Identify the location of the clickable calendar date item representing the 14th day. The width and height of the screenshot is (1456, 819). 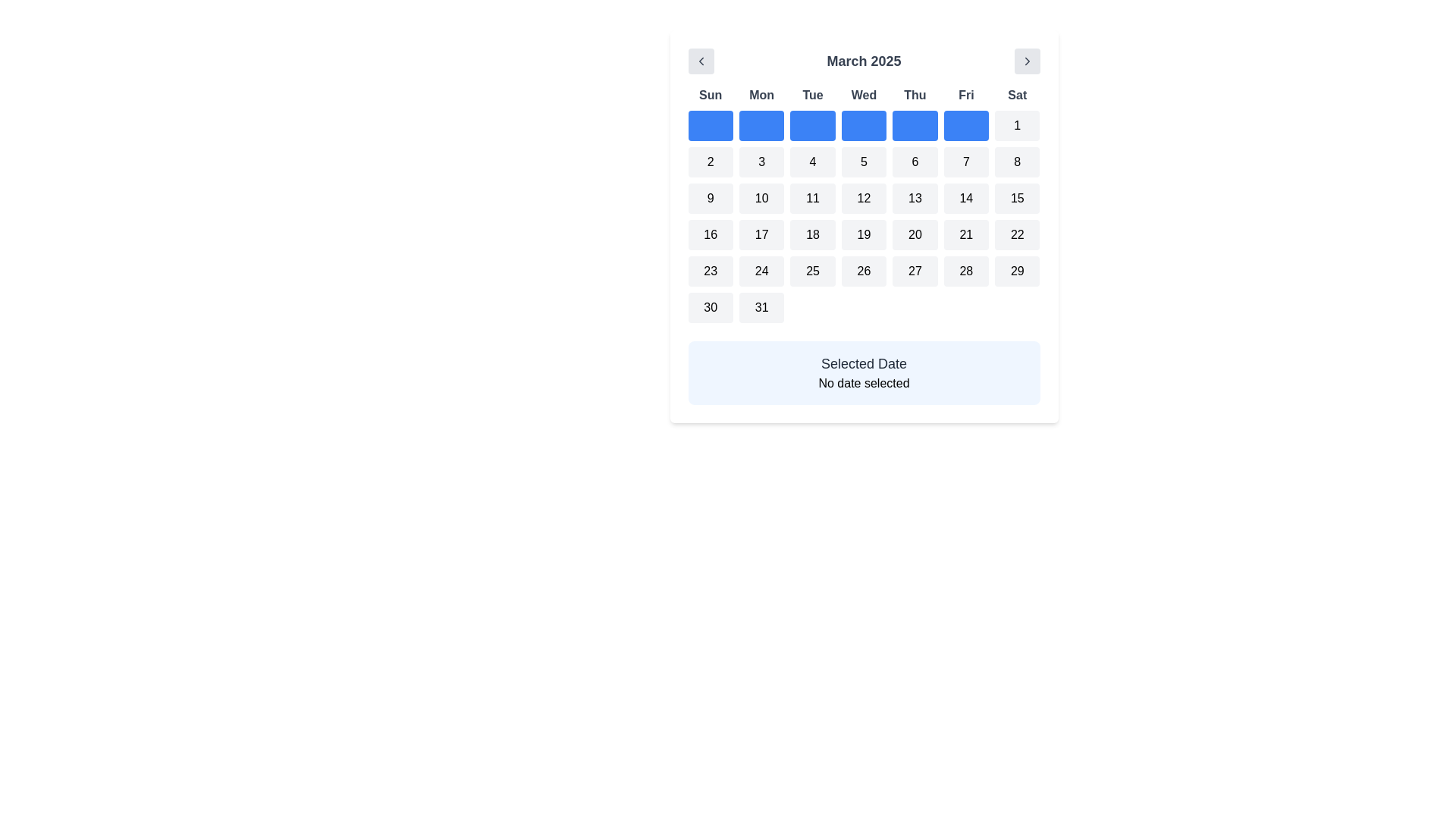
(965, 198).